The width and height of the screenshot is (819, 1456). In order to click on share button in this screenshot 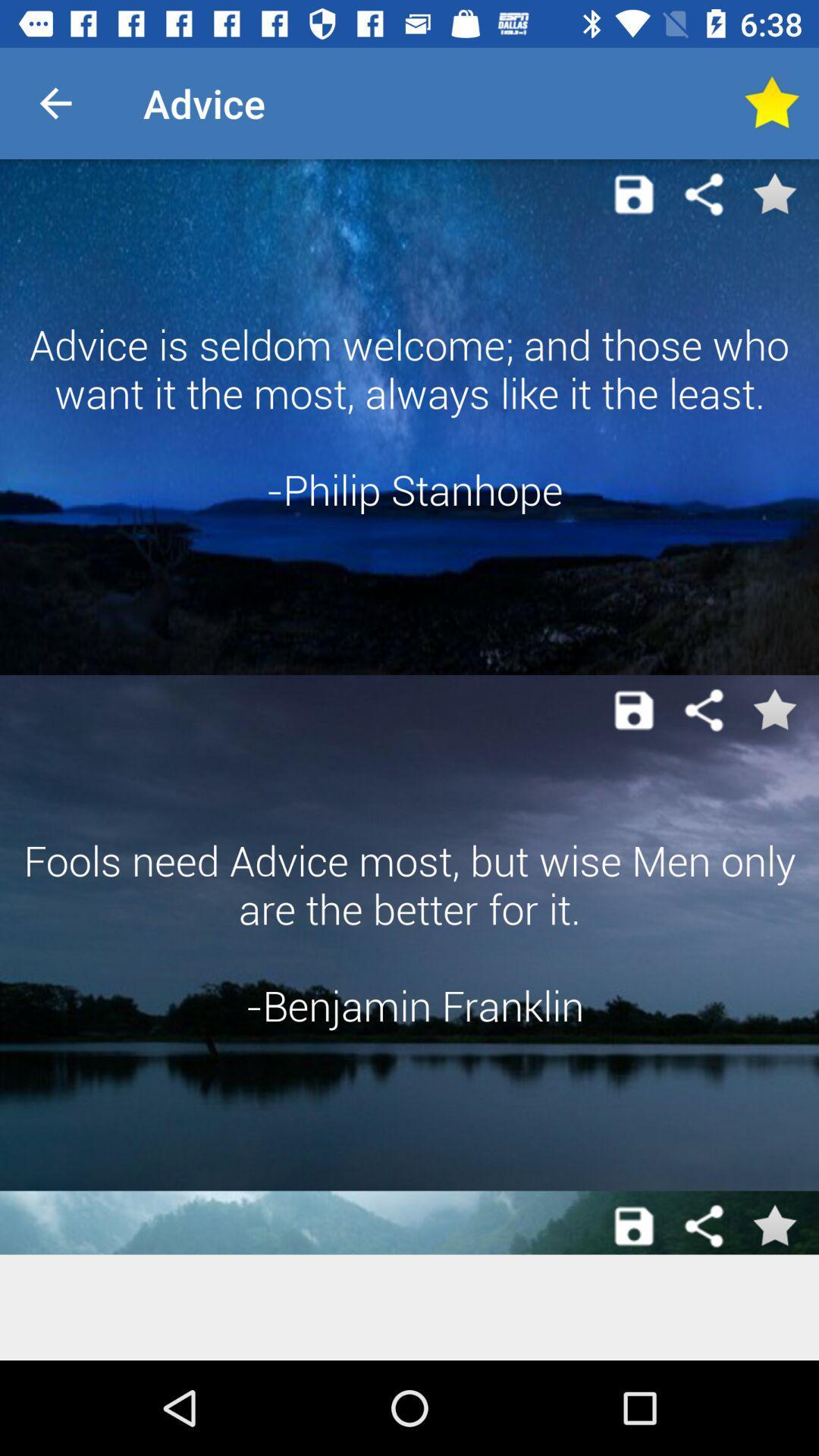, I will do `click(704, 709)`.